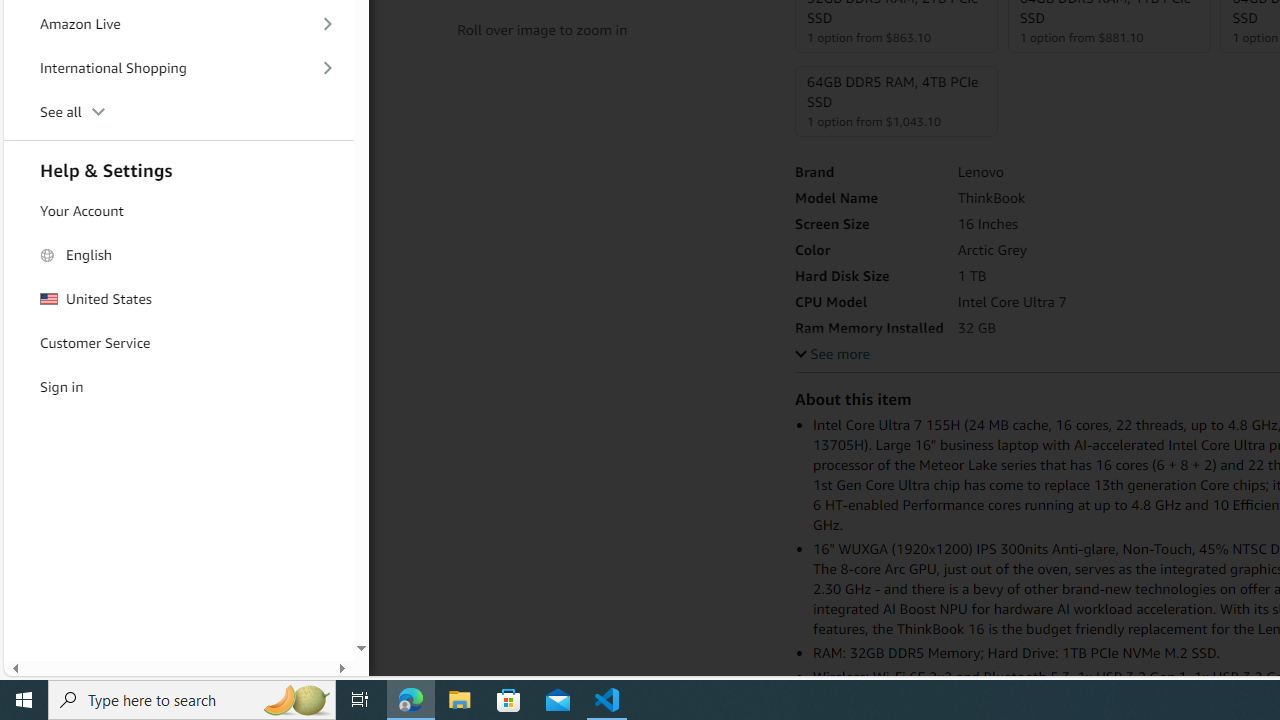 Image resolution: width=1280 pixels, height=720 pixels. I want to click on 'Sign in', so click(179, 387).